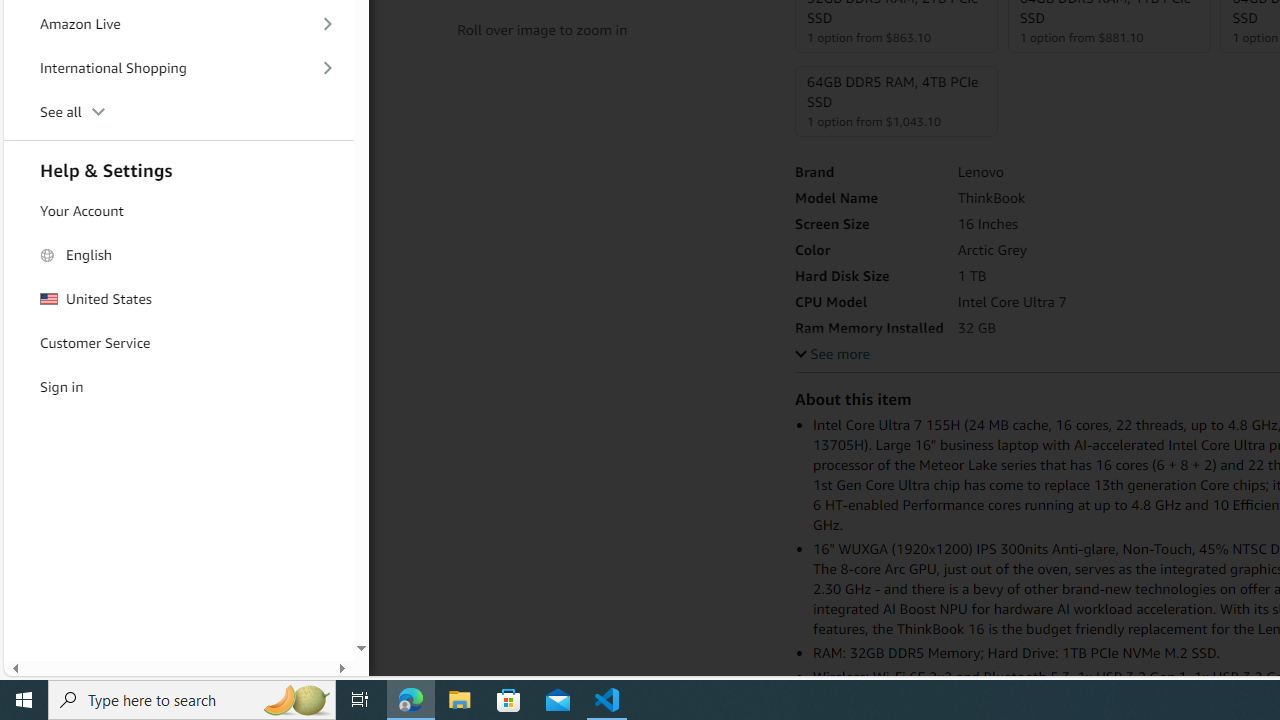 Image resolution: width=1280 pixels, height=720 pixels. I want to click on 'Sign in', so click(179, 387).